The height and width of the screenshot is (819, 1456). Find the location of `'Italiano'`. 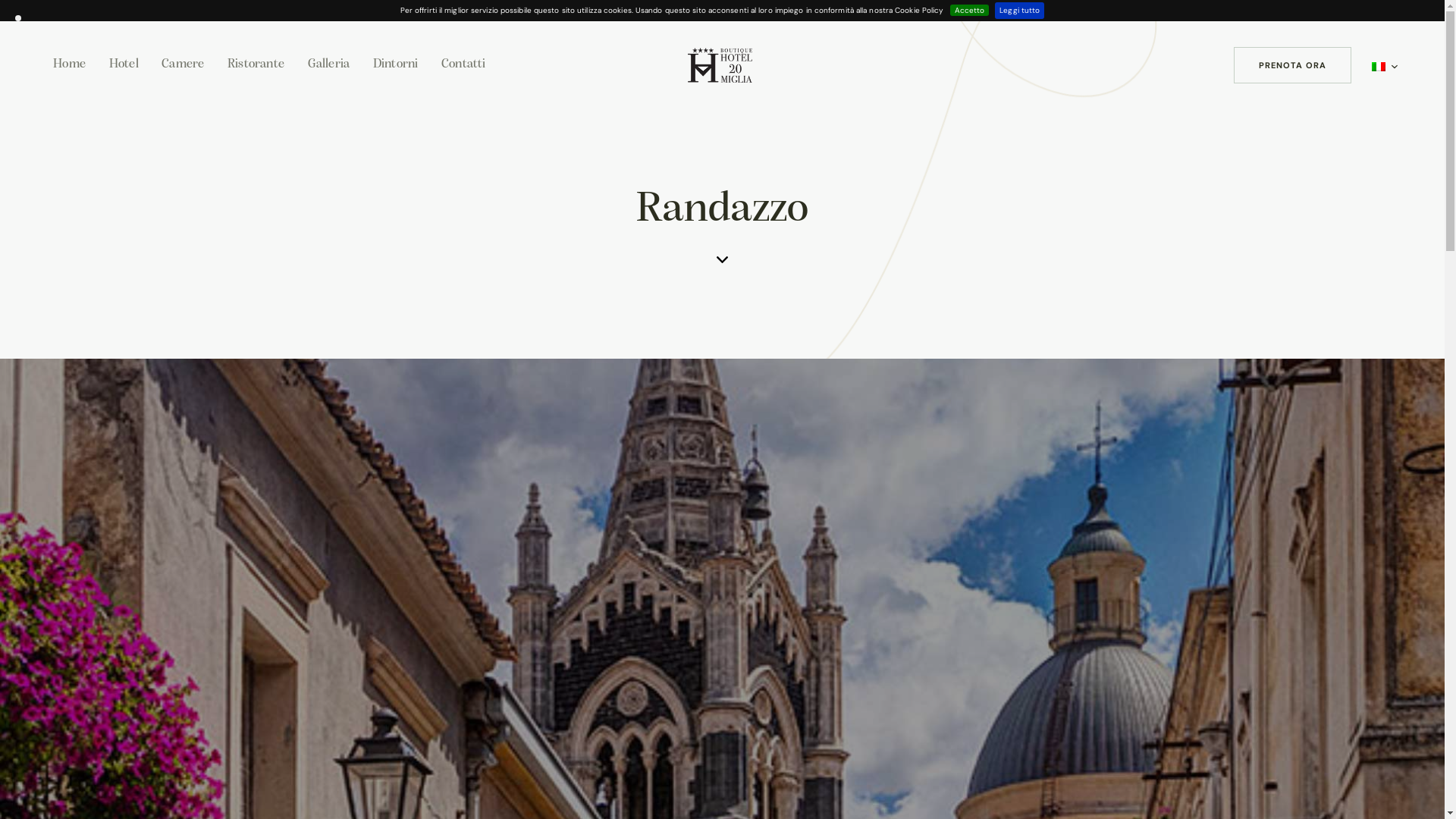

'Italiano' is located at coordinates (1379, 66).